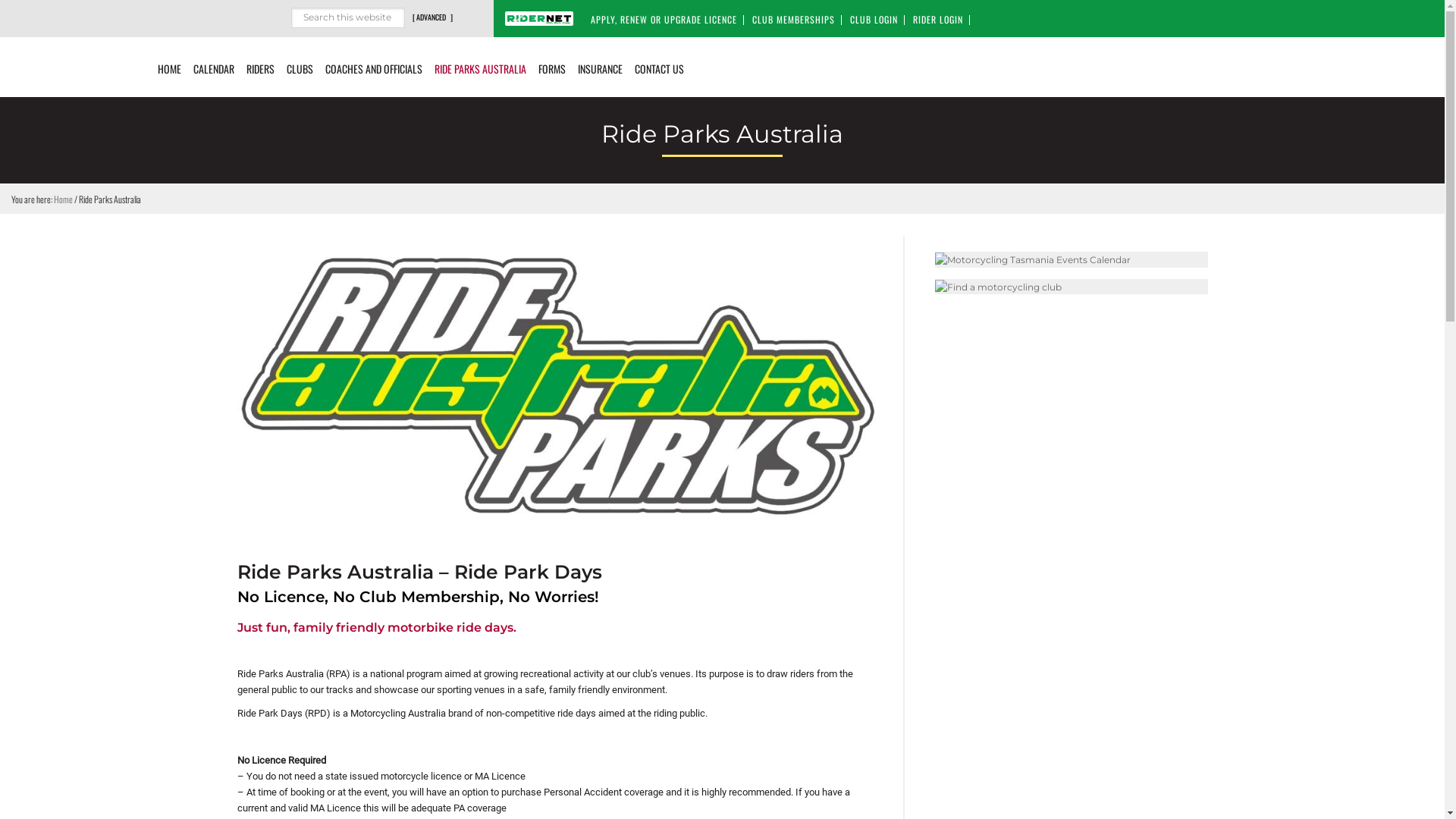 The width and height of the screenshot is (1456, 819). What do you see at coordinates (874, 19) in the screenshot?
I see `'CLUB LOGIN'` at bounding box center [874, 19].